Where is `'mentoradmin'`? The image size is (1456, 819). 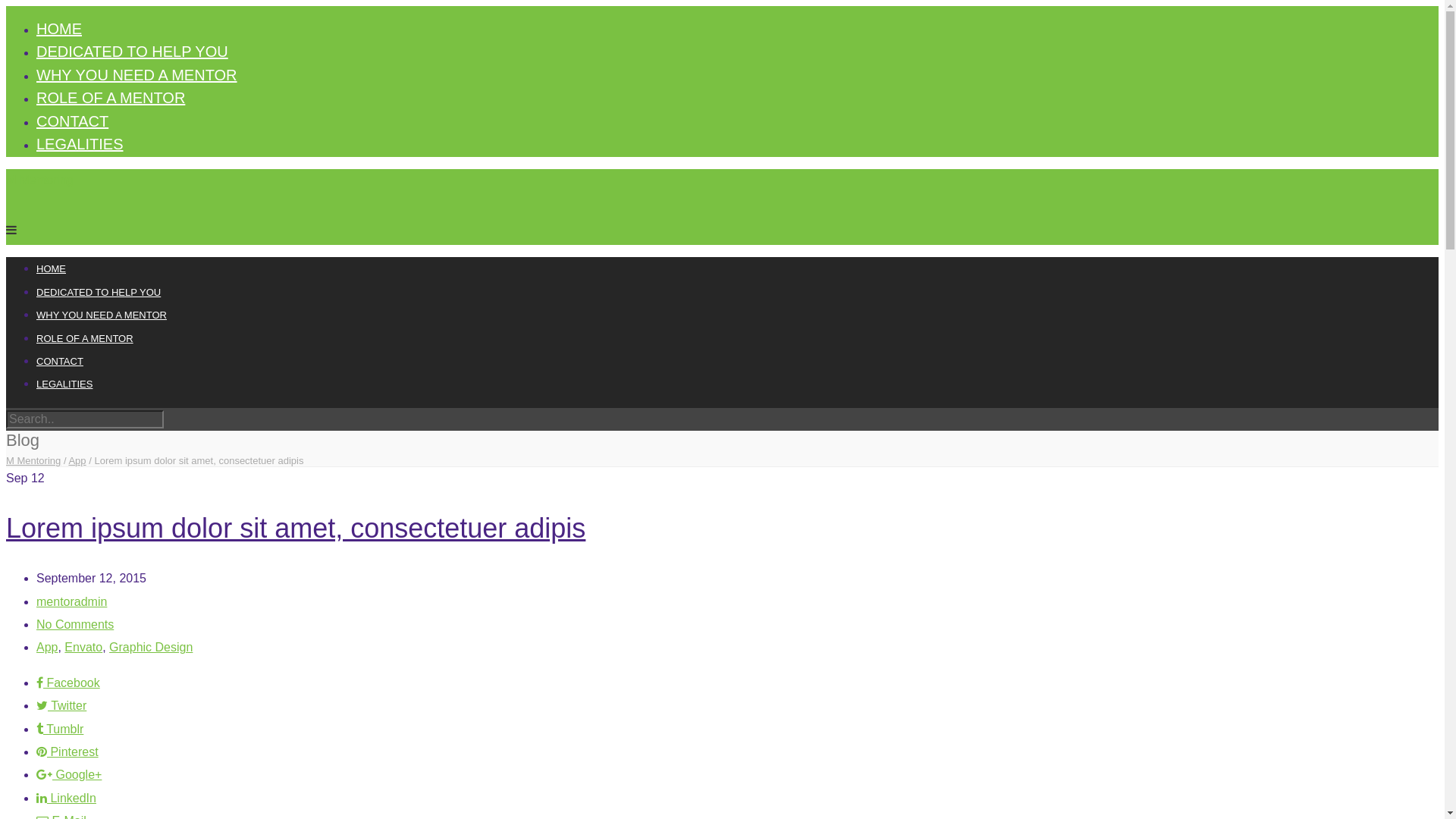
'mentoradmin' is located at coordinates (71, 601).